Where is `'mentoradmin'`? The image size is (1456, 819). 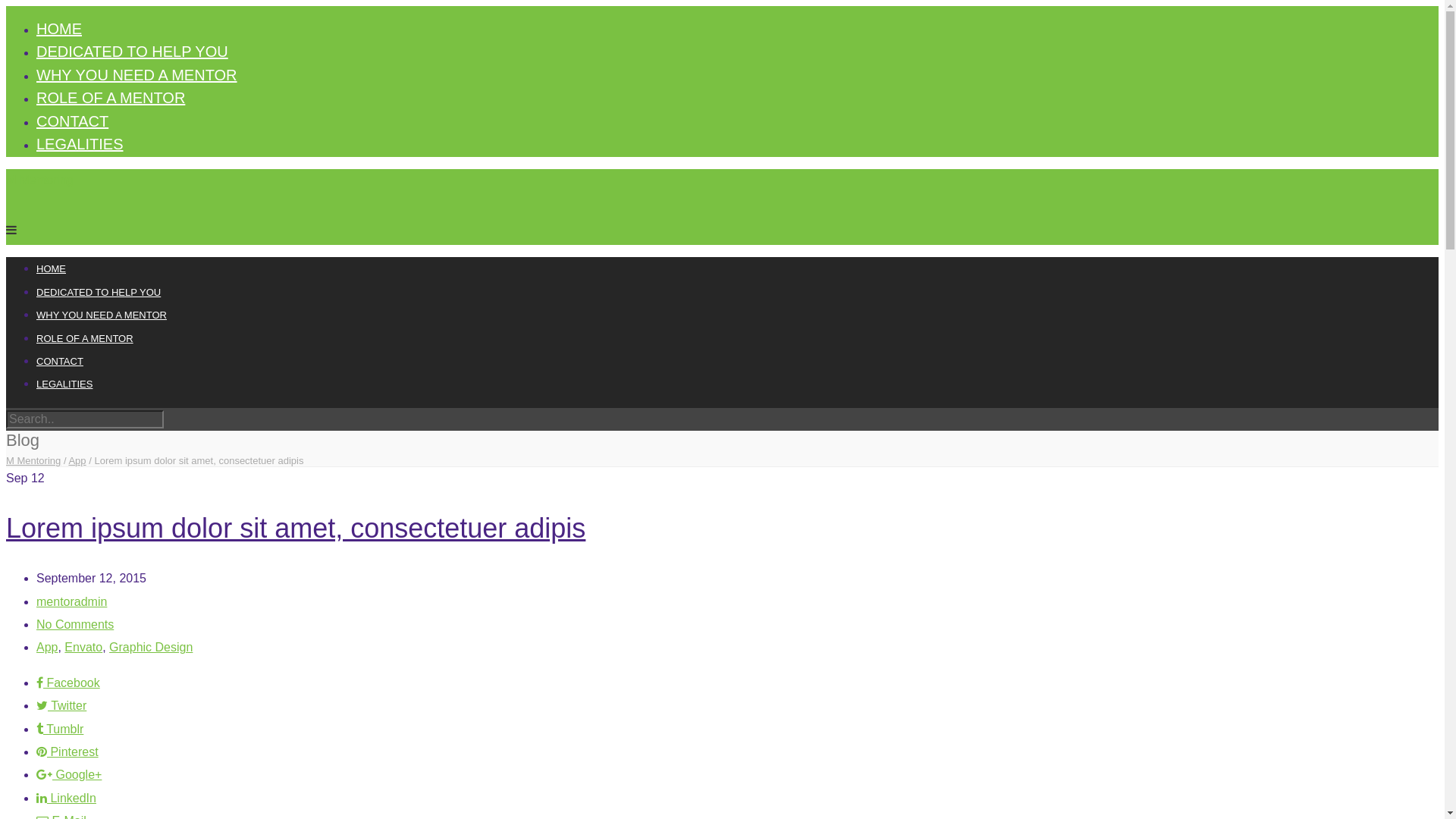
'mentoradmin' is located at coordinates (71, 601).